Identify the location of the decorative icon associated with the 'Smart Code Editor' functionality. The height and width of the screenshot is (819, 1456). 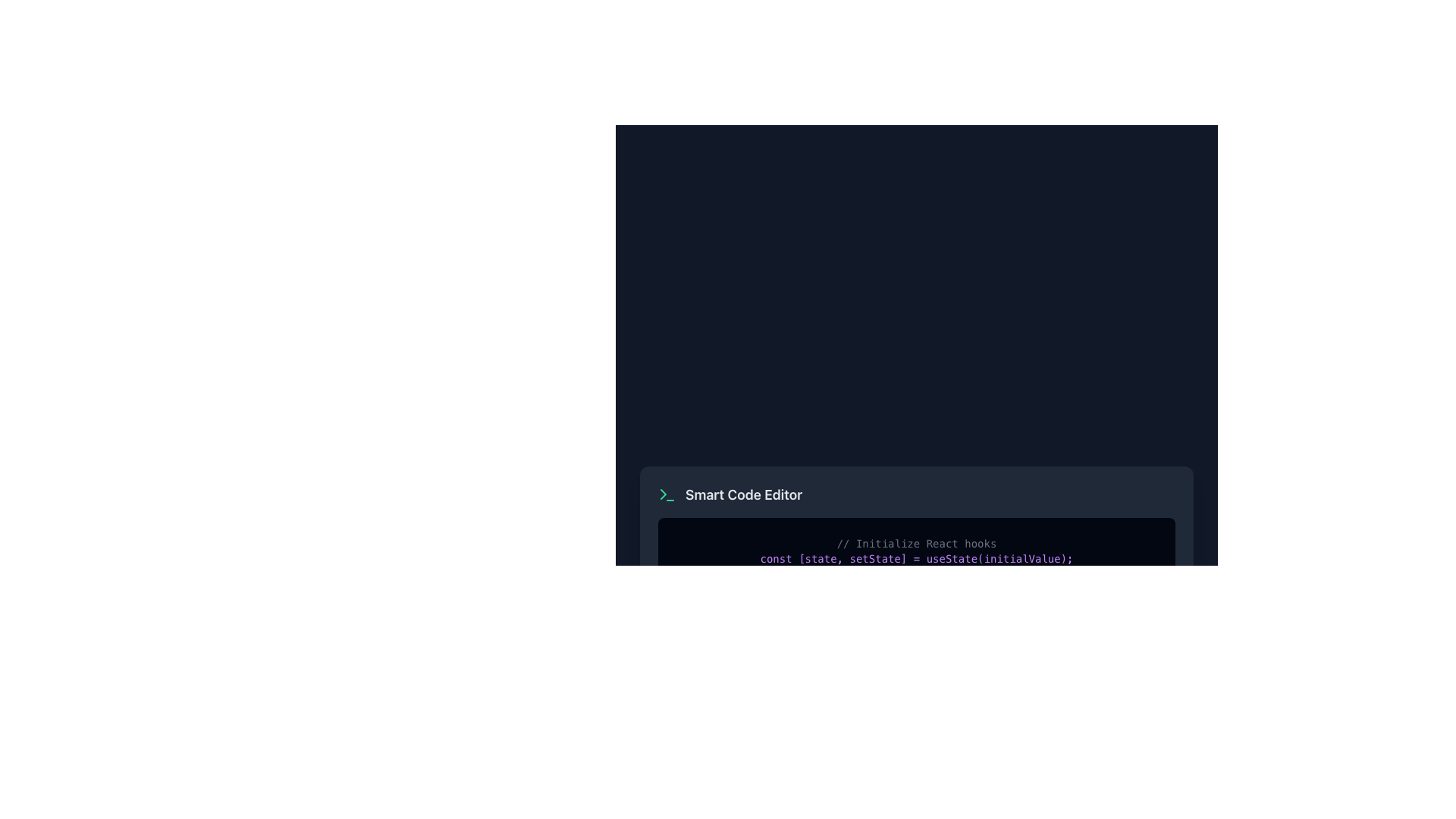
(667, 494).